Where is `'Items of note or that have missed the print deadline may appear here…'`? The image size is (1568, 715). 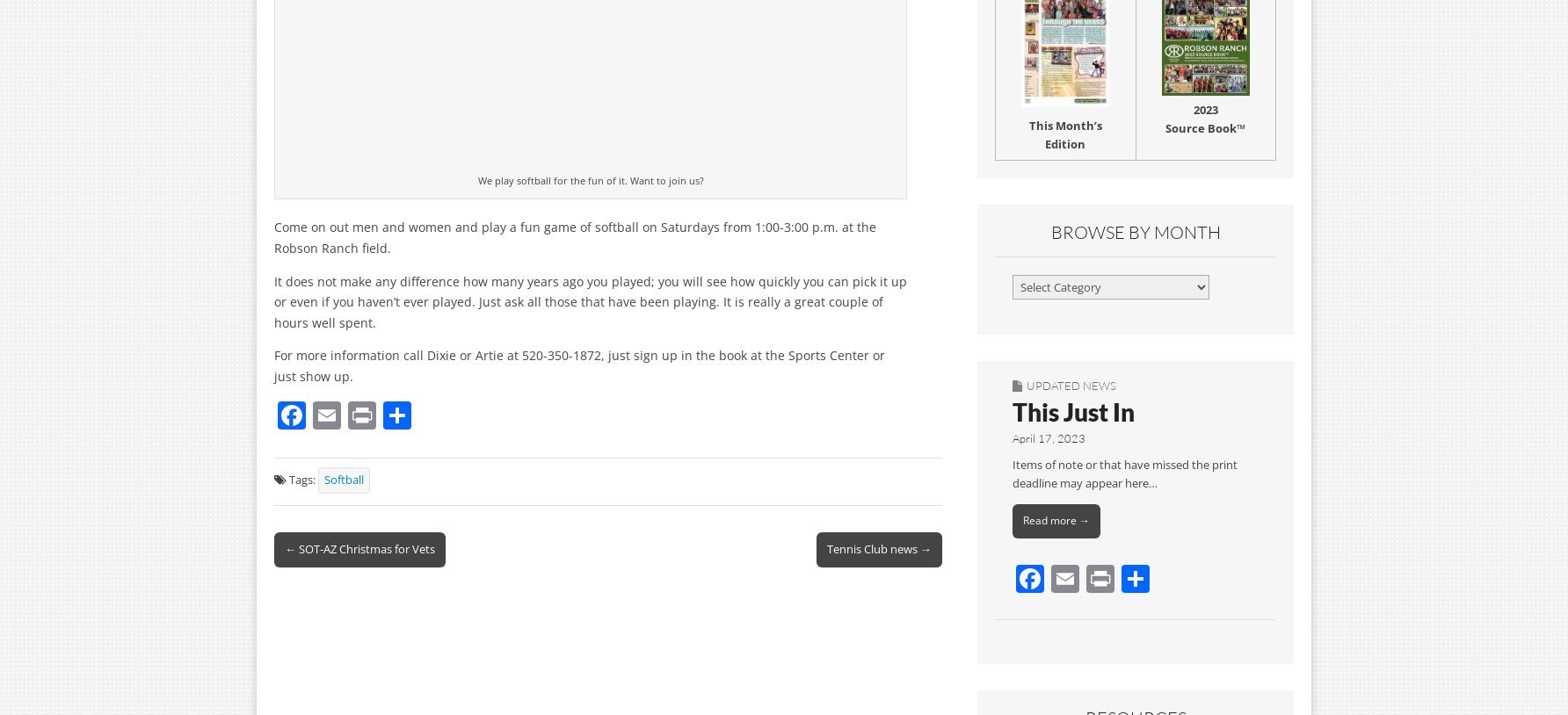
'Items of note or that have missed the print deadline may appear here…' is located at coordinates (1124, 473).